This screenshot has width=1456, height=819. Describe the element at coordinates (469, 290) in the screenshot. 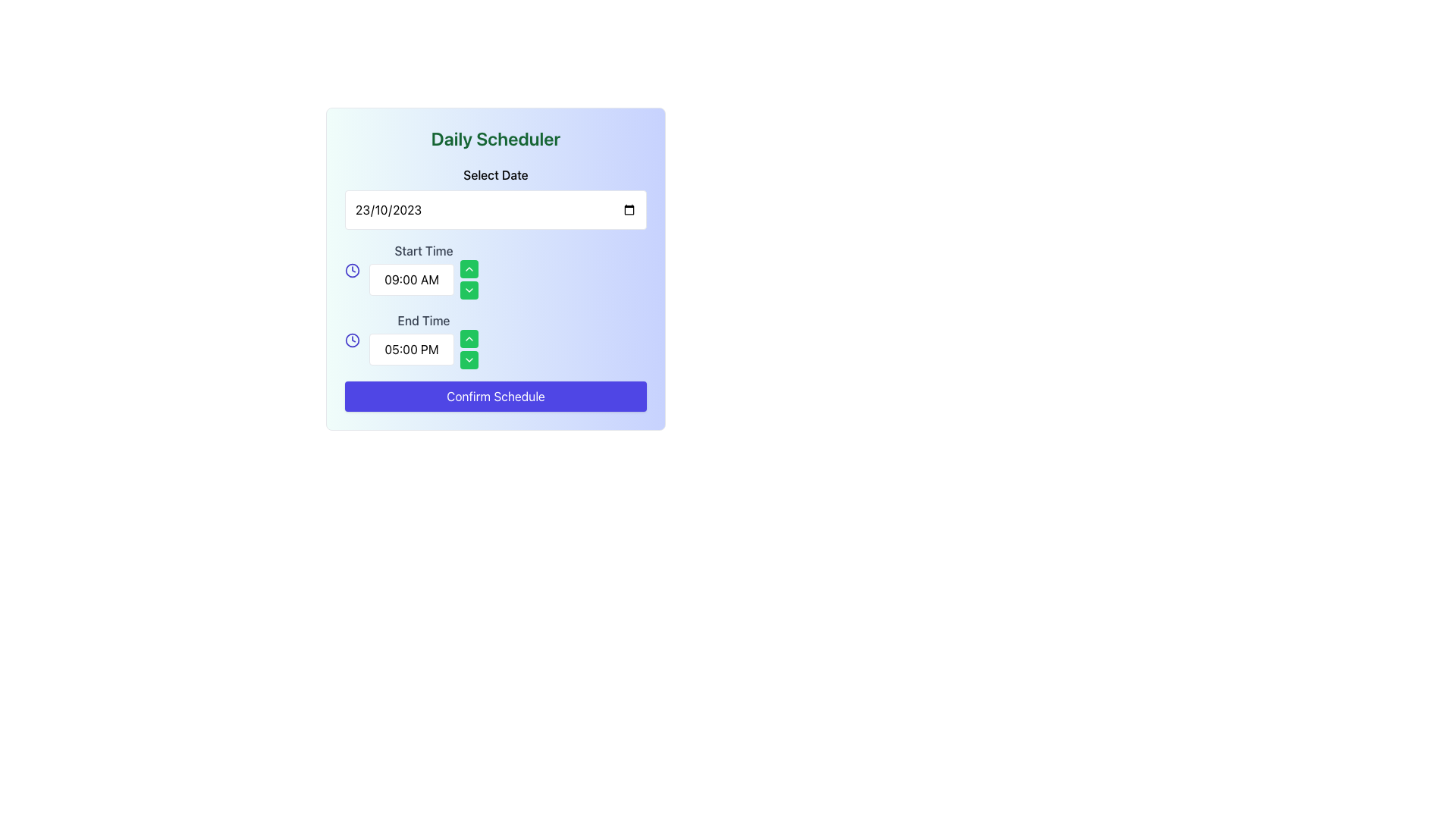

I see `the downward-facing chevron icon within the green circular button located below the upward-facing chevron icon in the 'Start Time' dropdown` at that location.